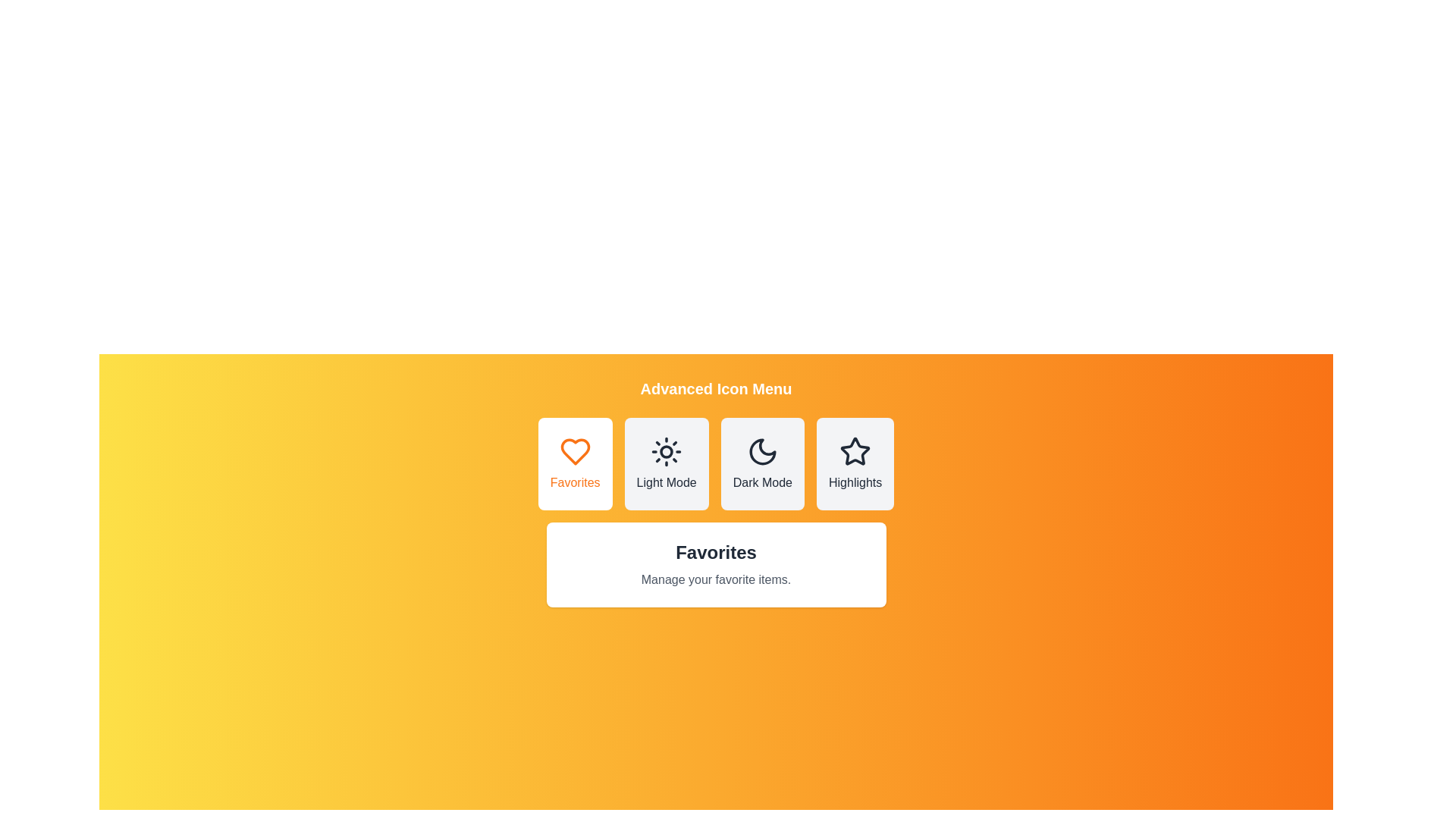  What do you see at coordinates (715, 463) in the screenshot?
I see `the 'Dark Mode' option in the toolbar located beneath the 'Advanced Icon Menu' heading to switch modes` at bounding box center [715, 463].